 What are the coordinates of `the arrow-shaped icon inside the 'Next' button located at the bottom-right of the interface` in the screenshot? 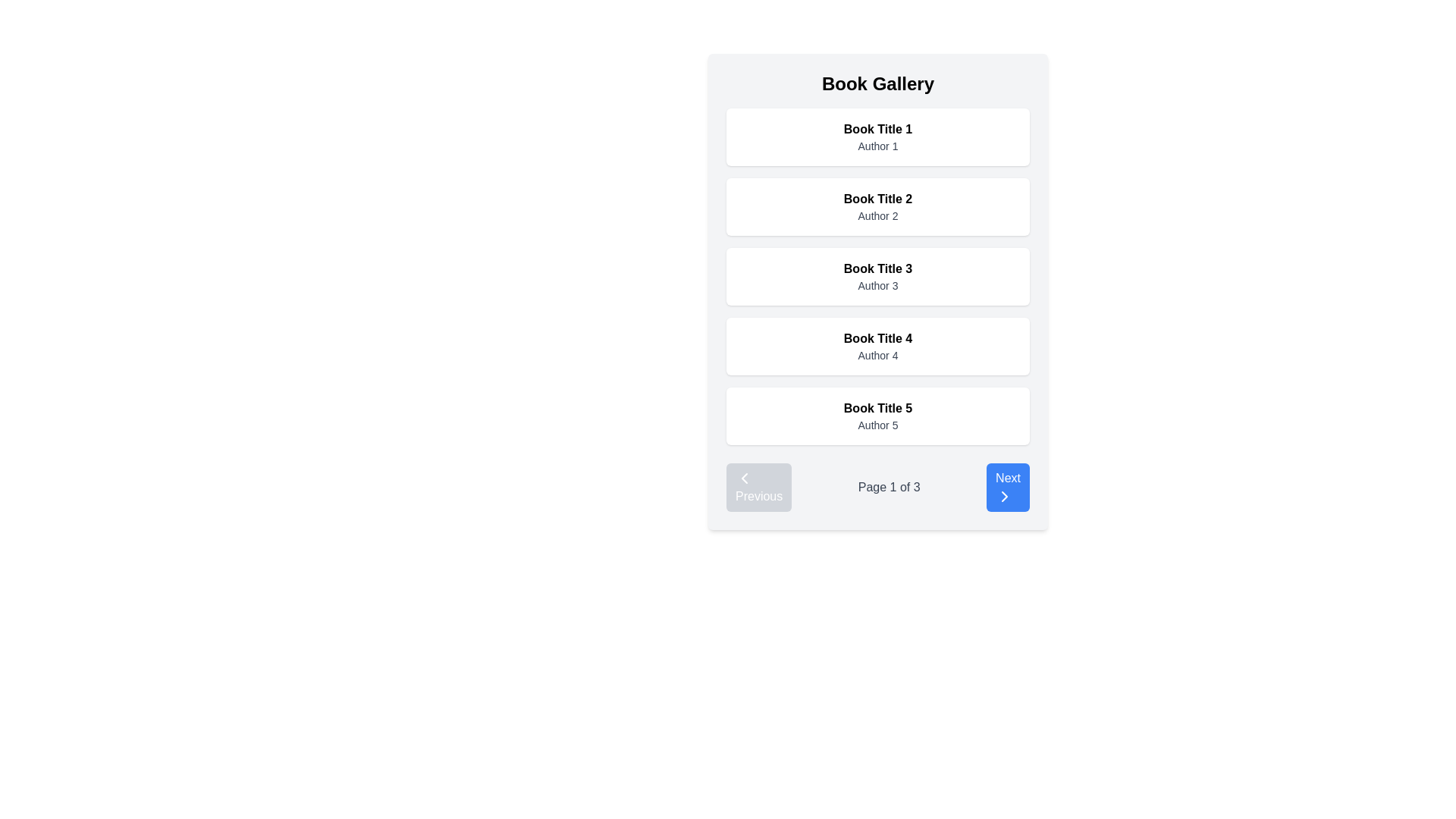 It's located at (1004, 497).